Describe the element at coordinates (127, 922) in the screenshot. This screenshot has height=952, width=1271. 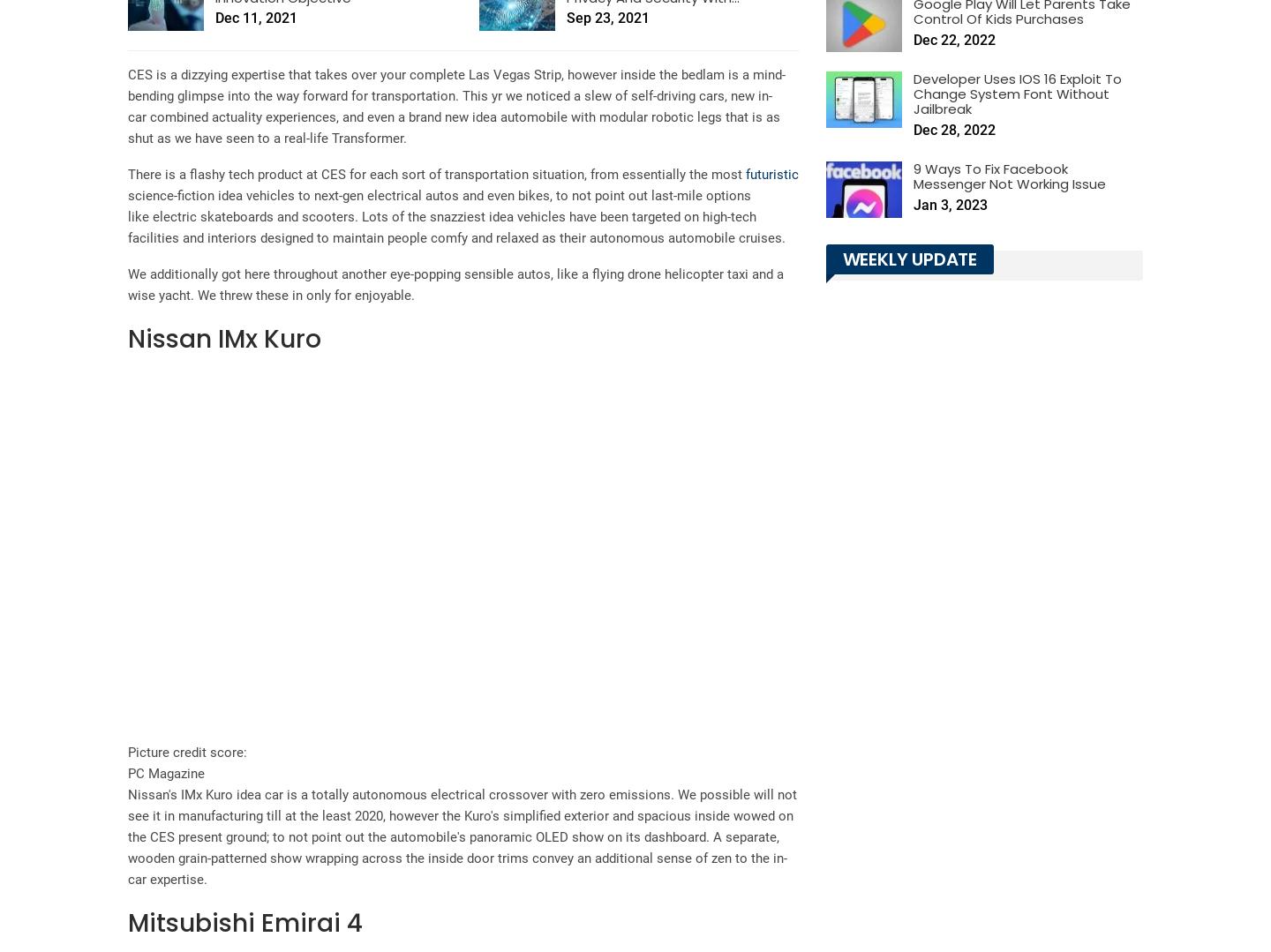
I see `'Mitsubishi Emirai 4'` at that location.